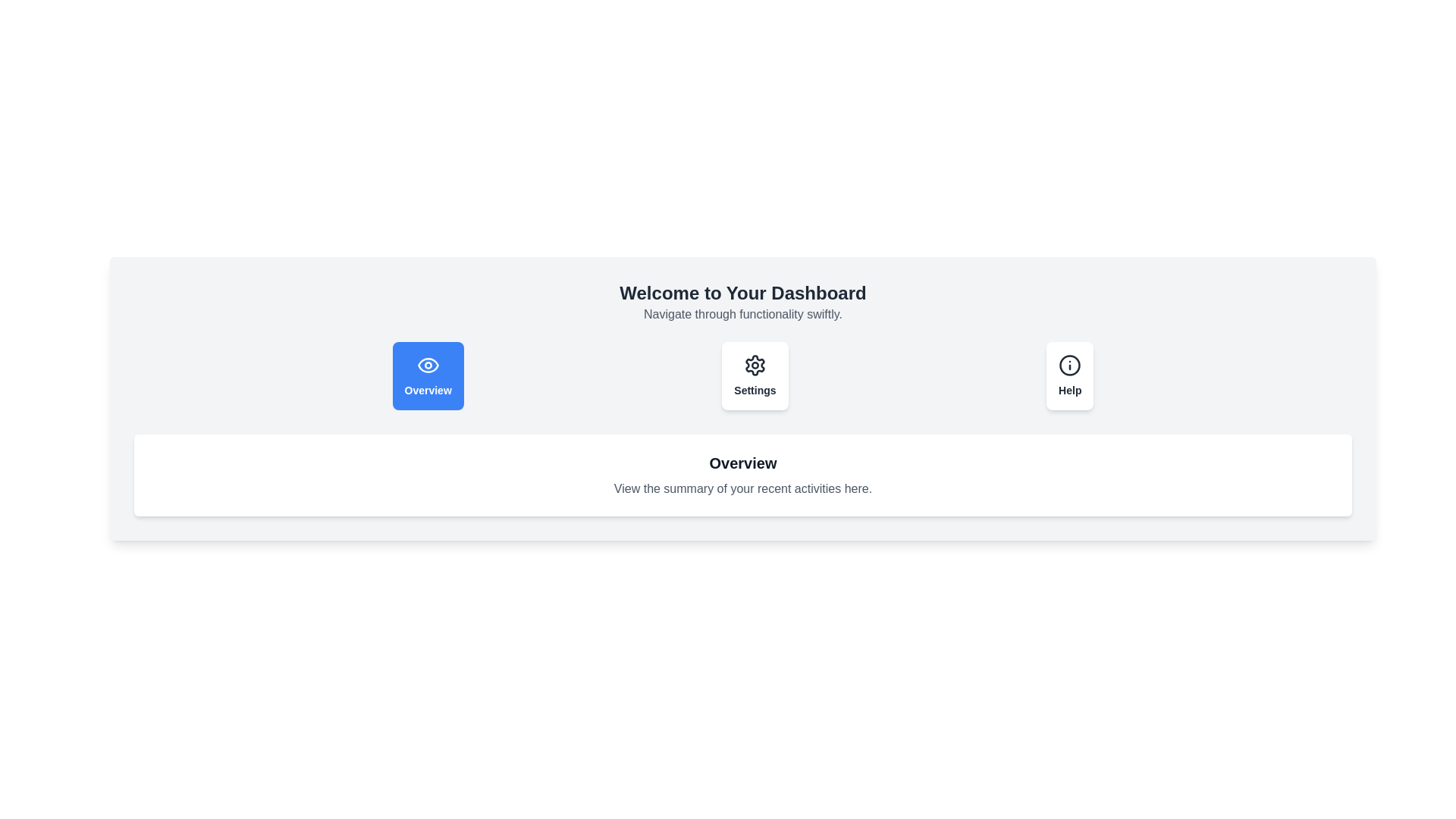 This screenshot has height=819, width=1456. What do you see at coordinates (755, 390) in the screenshot?
I see `the text label that describes the settings button, located centrally below the gear-shaped icon in the right-middle of the dashboard's row of components` at bounding box center [755, 390].